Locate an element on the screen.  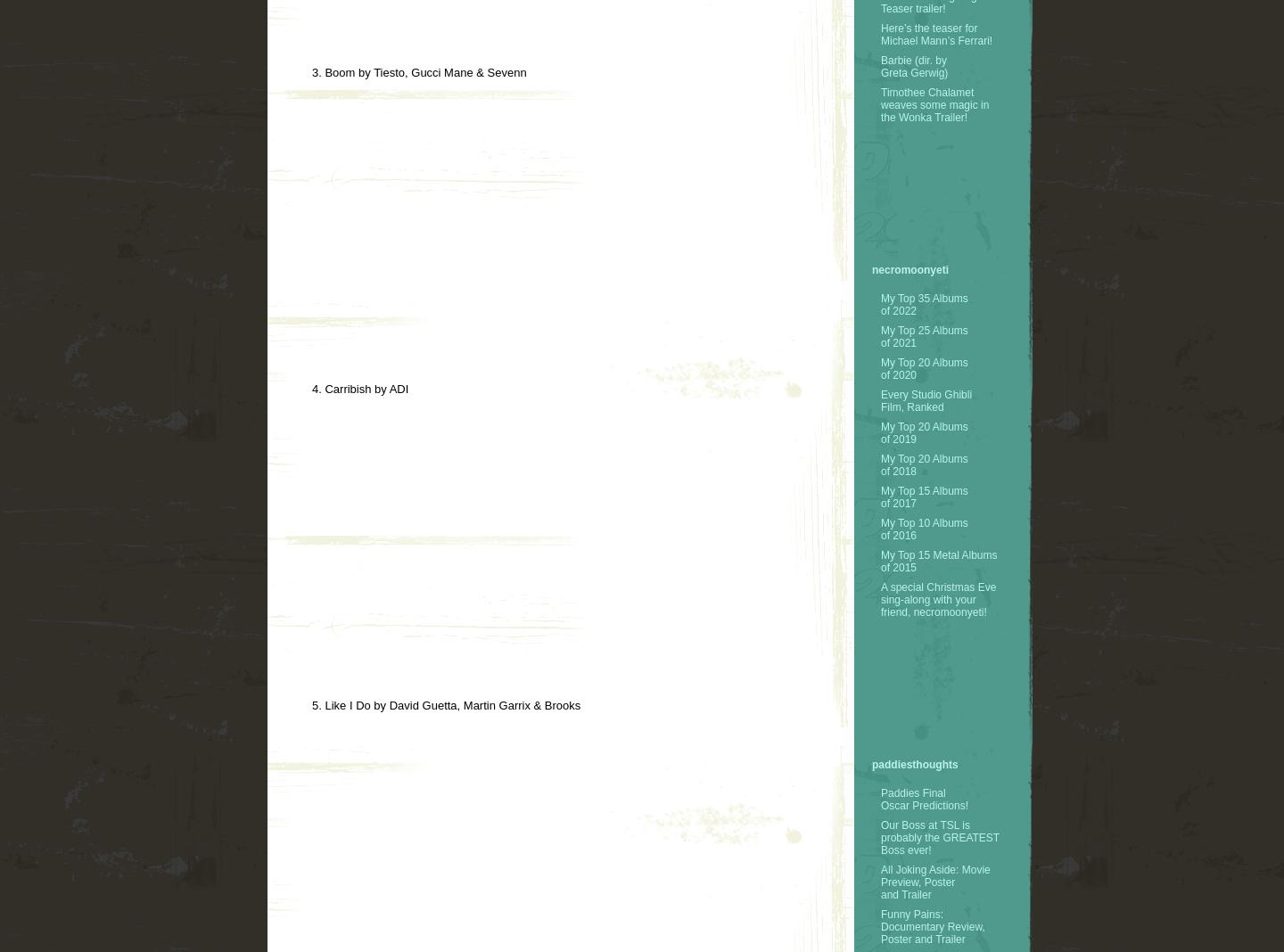
'My Top 15 Albums of 2017' is located at coordinates (879, 495).